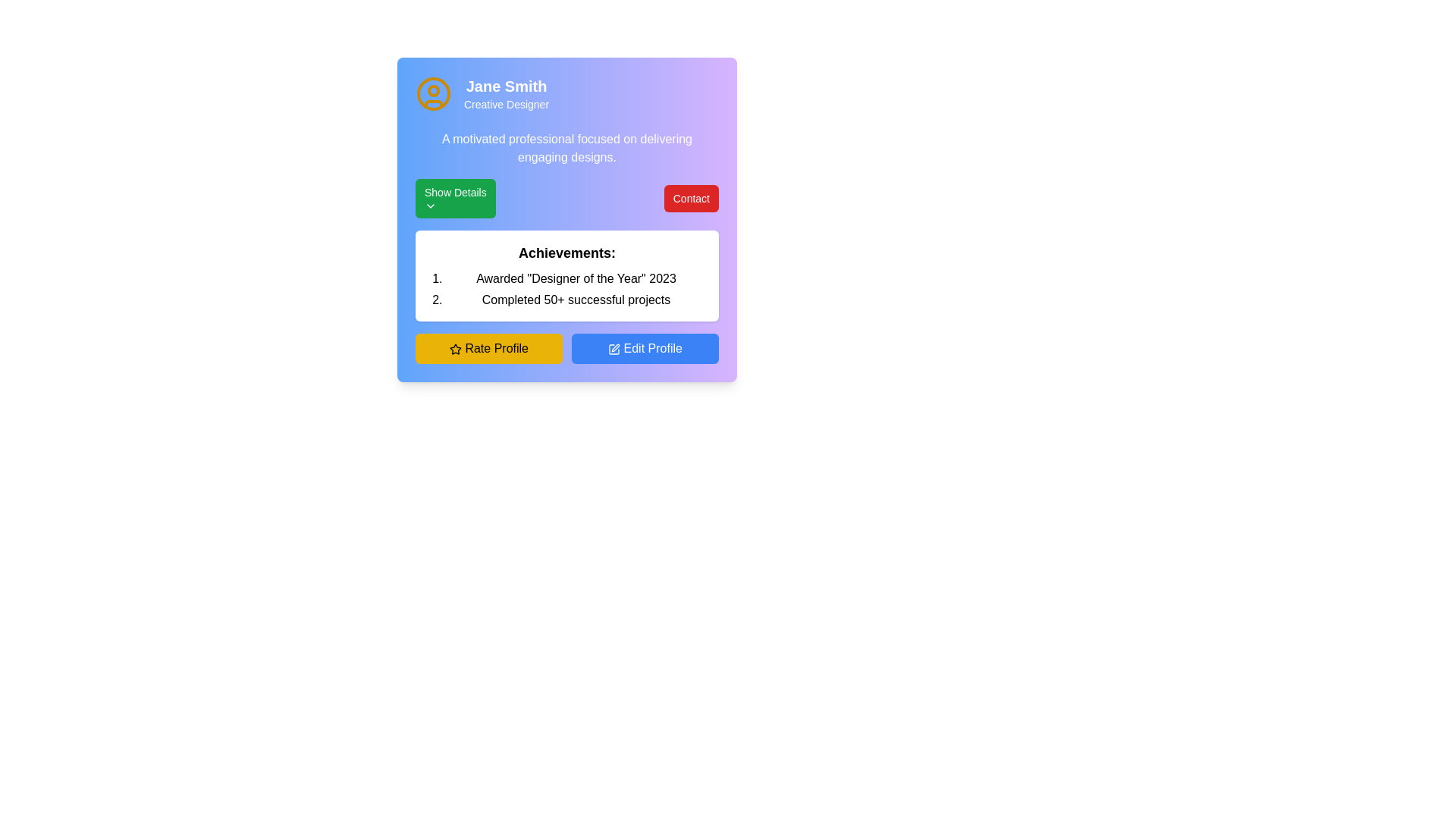 This screenshot has width=1456, height=819. Describe the element at coordinates (488, 348) in the screenshot. I see `the leftmost button located at the bottom-left of the horizontal layout to rate the profile` at that location.